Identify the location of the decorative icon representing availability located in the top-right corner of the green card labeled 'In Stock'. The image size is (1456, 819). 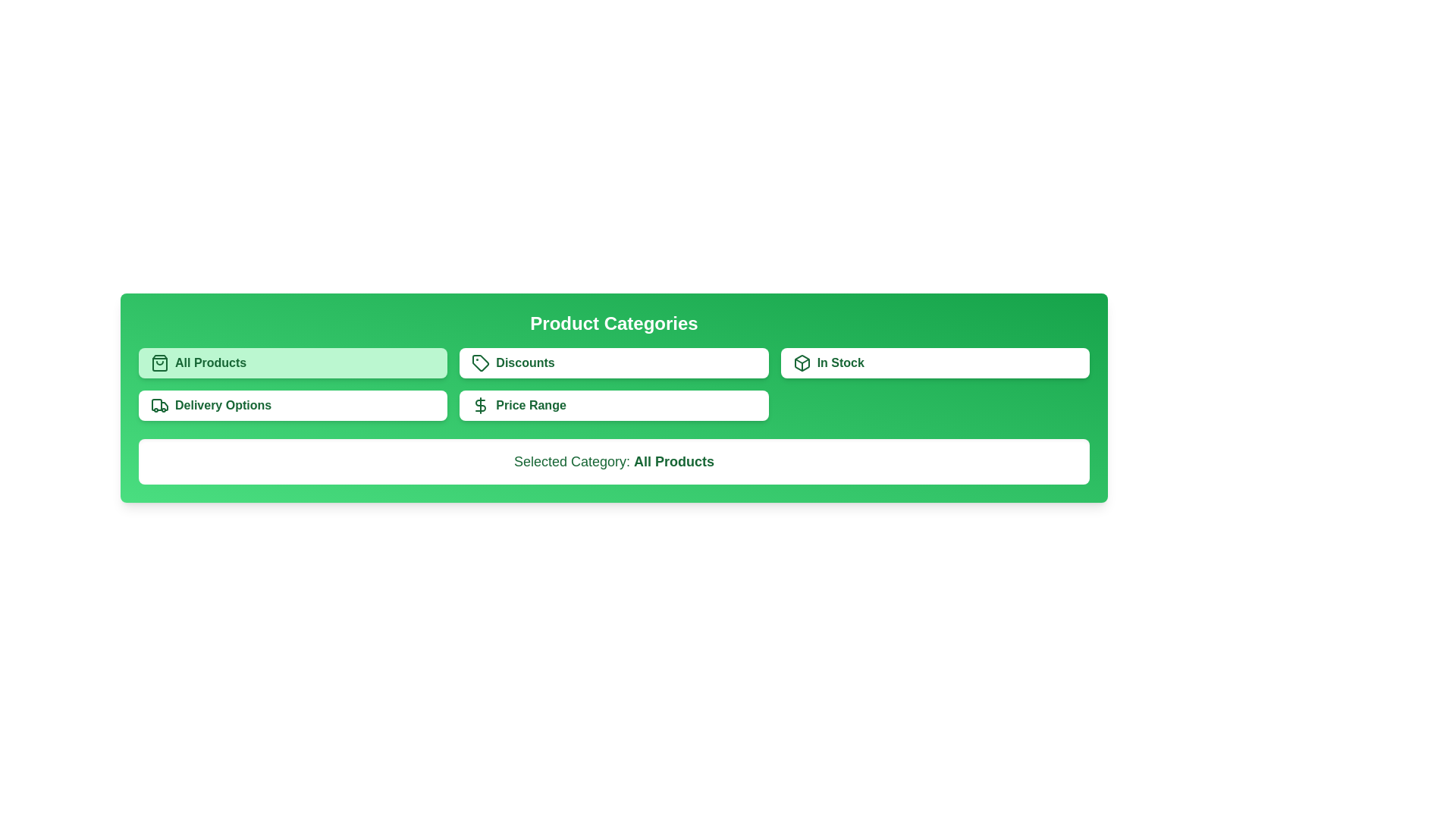
(801, 362).